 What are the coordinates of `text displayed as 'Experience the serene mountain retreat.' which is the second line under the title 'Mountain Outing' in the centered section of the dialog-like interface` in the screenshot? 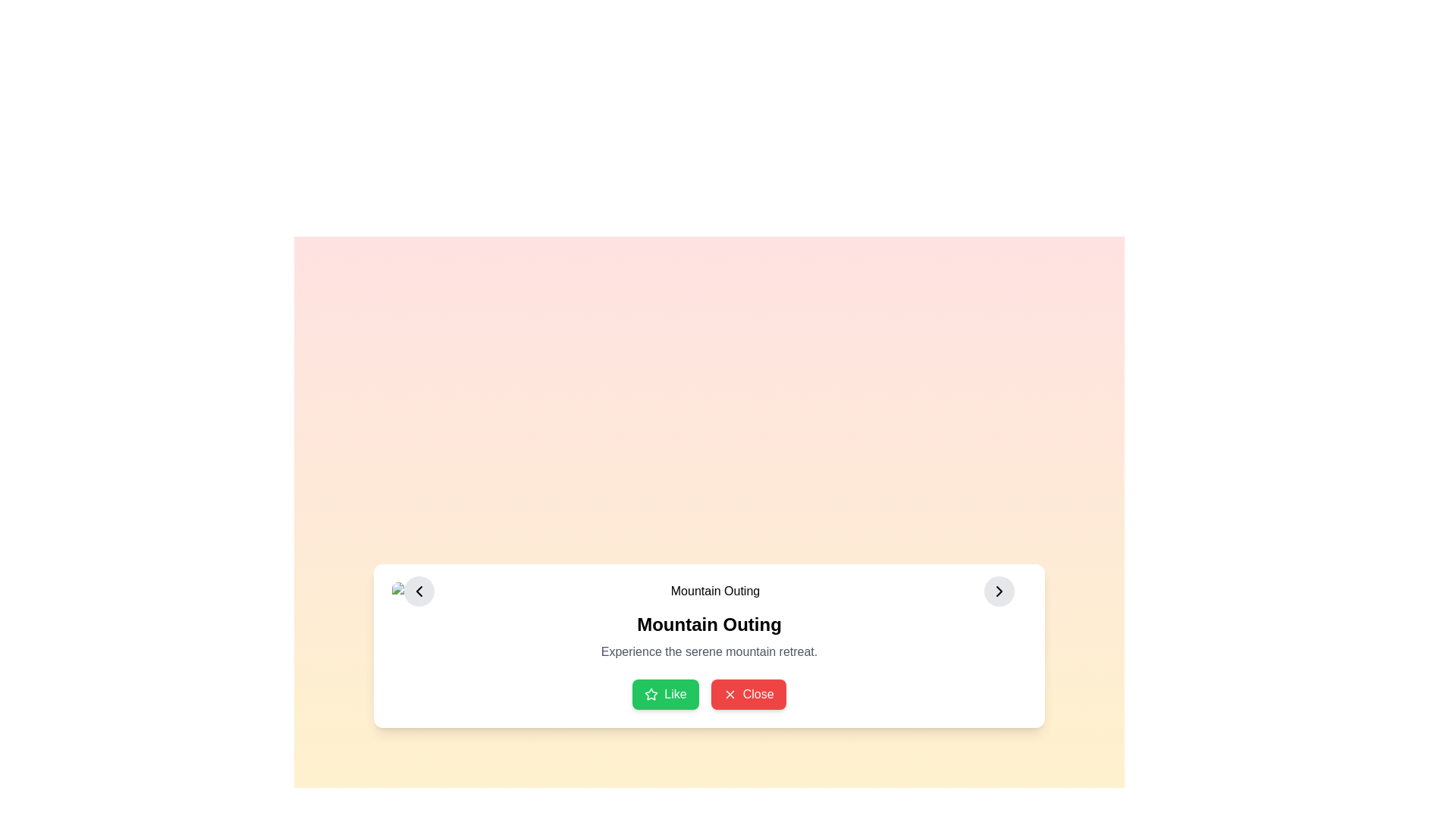 It's located at (708, 651).